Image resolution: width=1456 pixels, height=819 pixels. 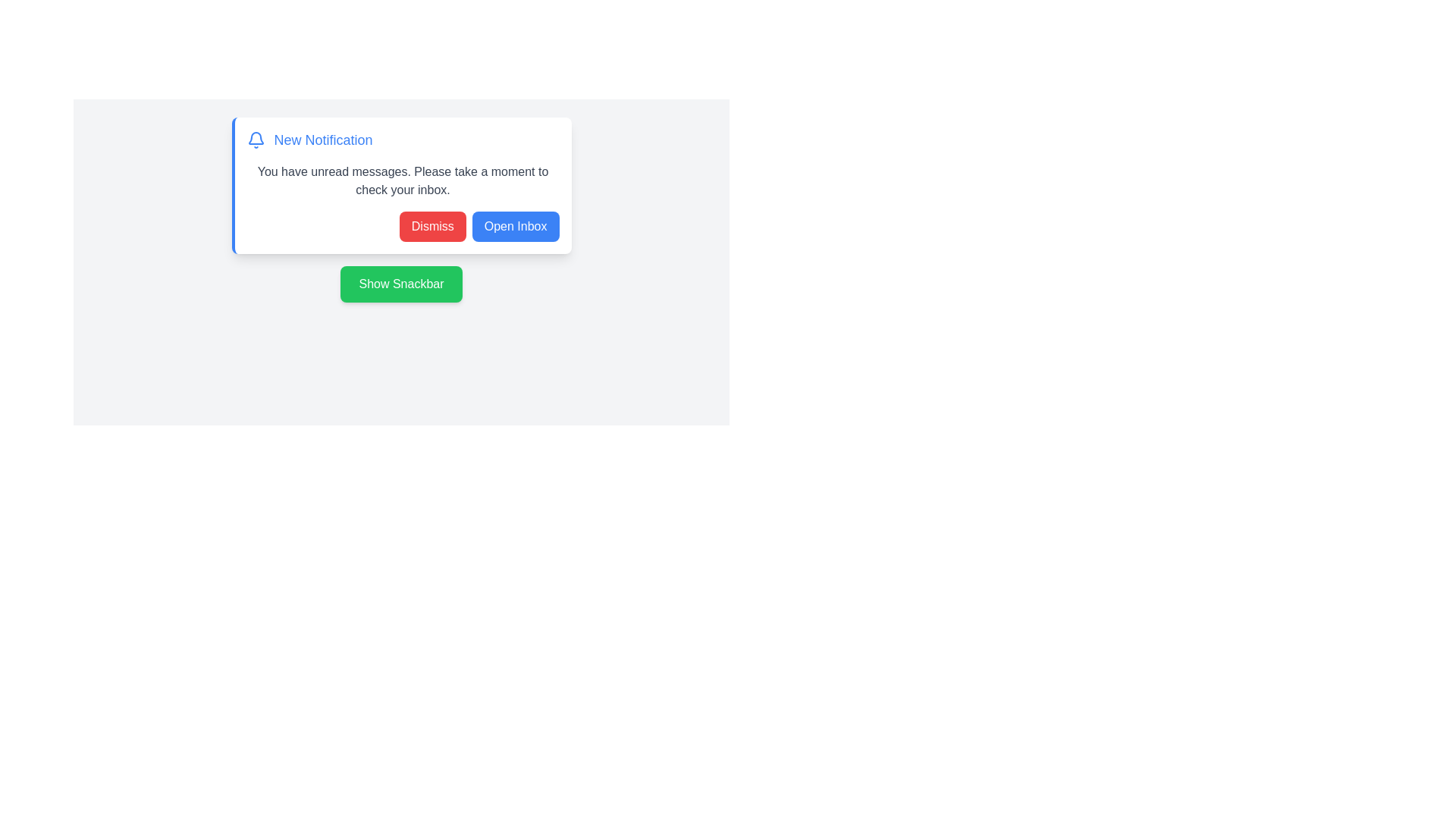 I want to click on the 'Show Snackbar' button to display the snackbar, so click(x=401, y=284).